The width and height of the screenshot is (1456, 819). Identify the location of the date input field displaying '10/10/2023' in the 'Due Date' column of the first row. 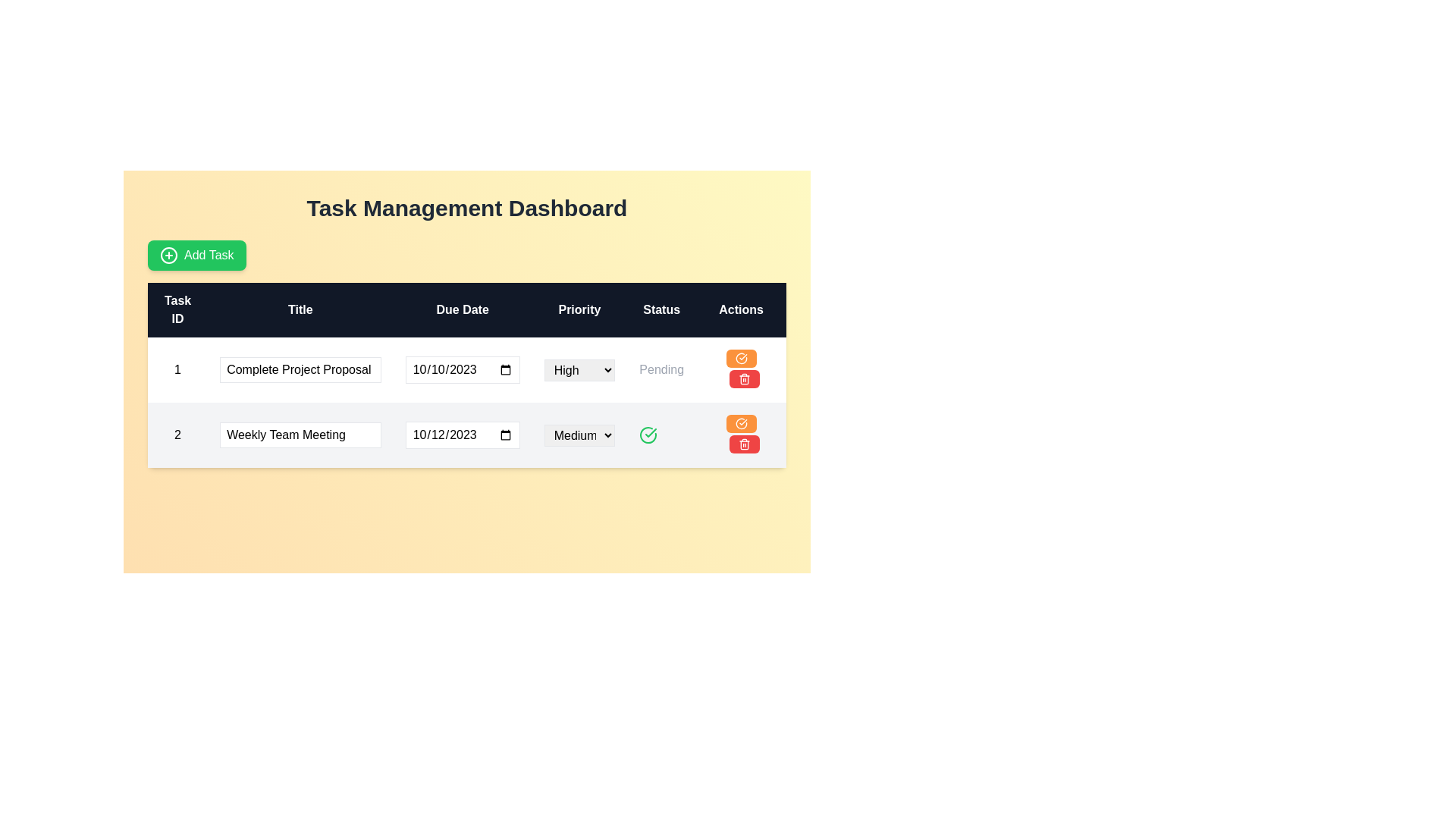
(462, 370).